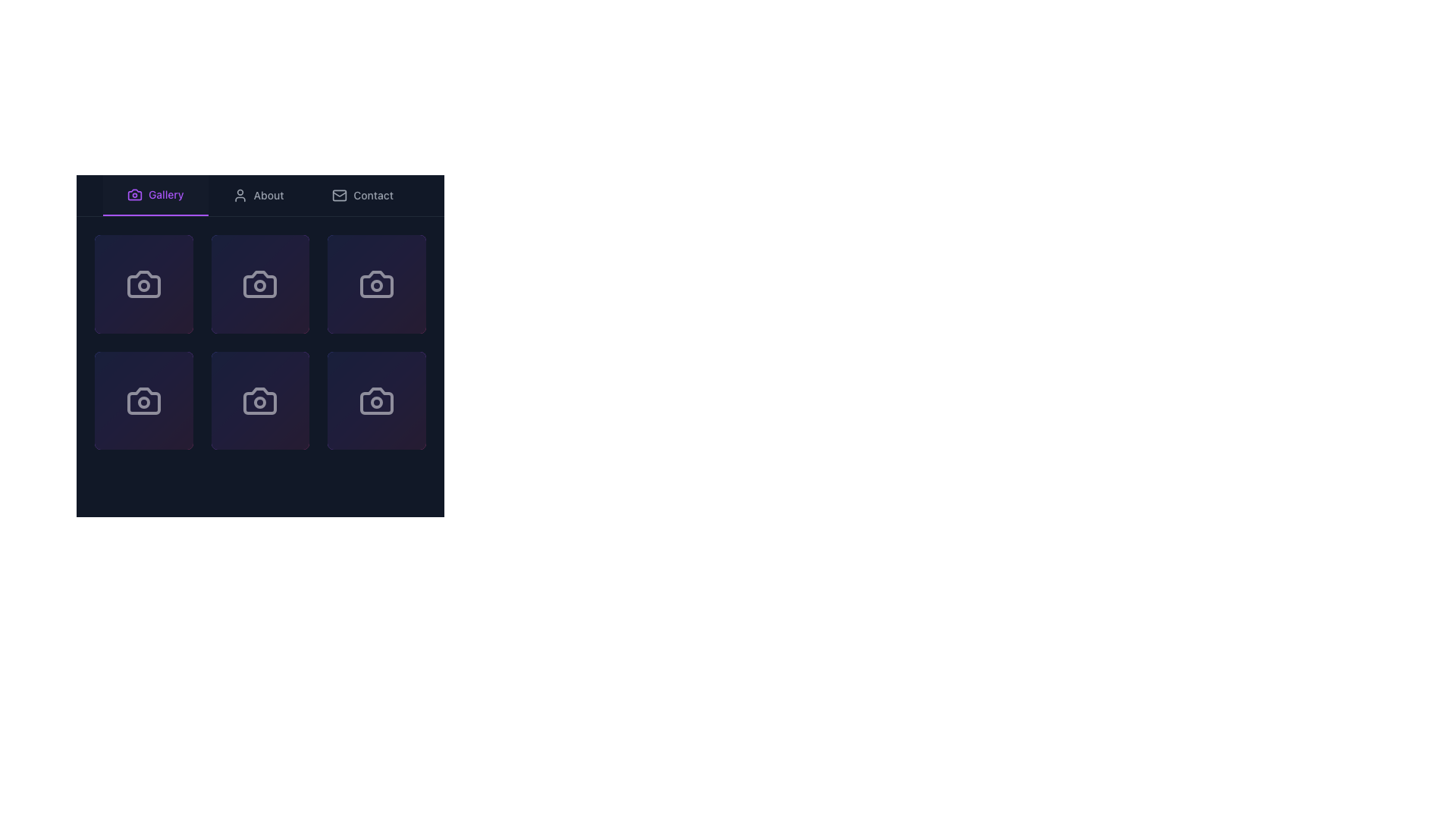  Describe the element at coordinates (143, 400) in the screenshot. I see `the stylized camera icon located at the bottom-left tile of a 2x3 grid layout against a dark background` at that location.